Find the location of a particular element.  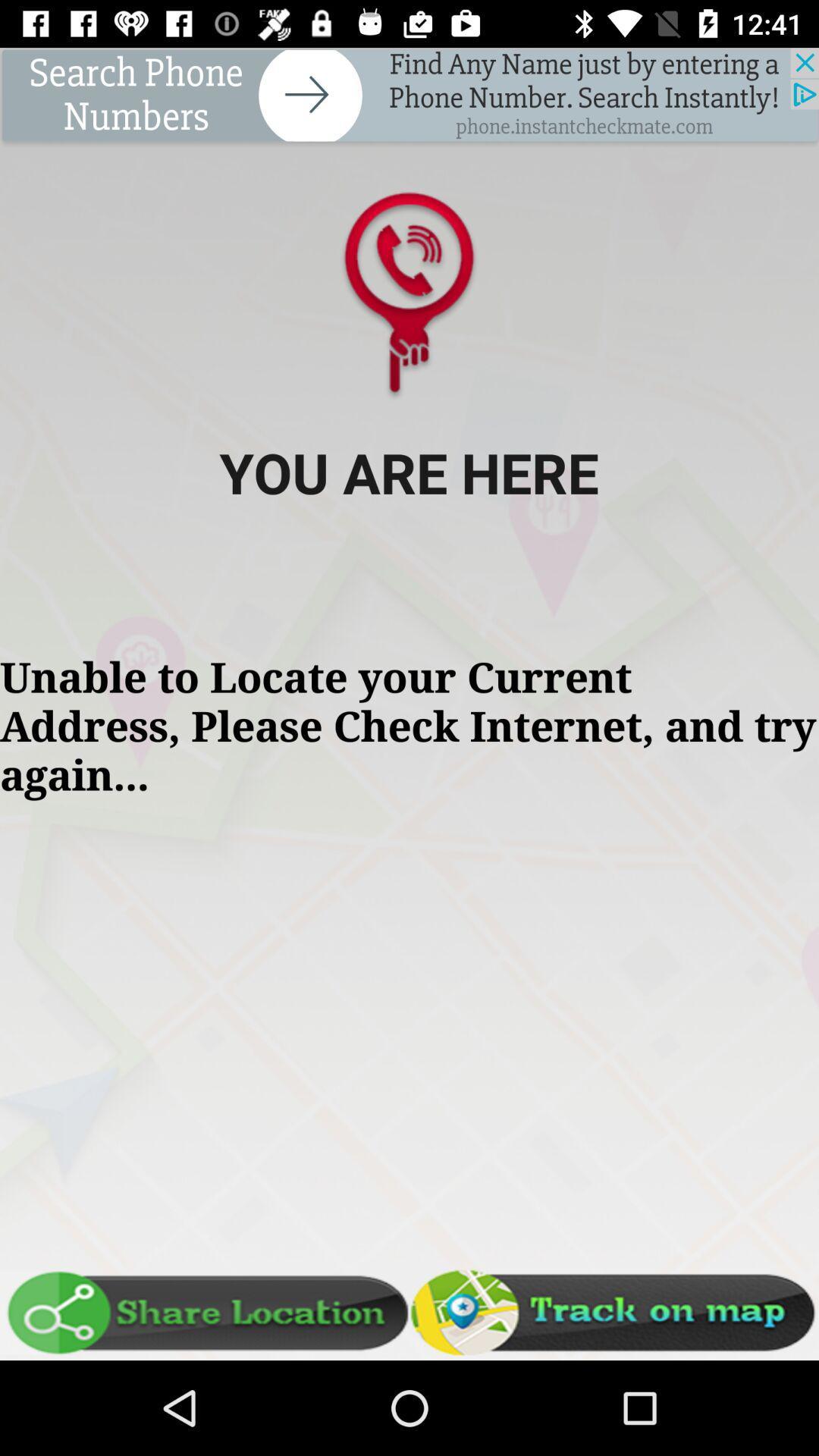

track map is located at coordinates (614, 1312).